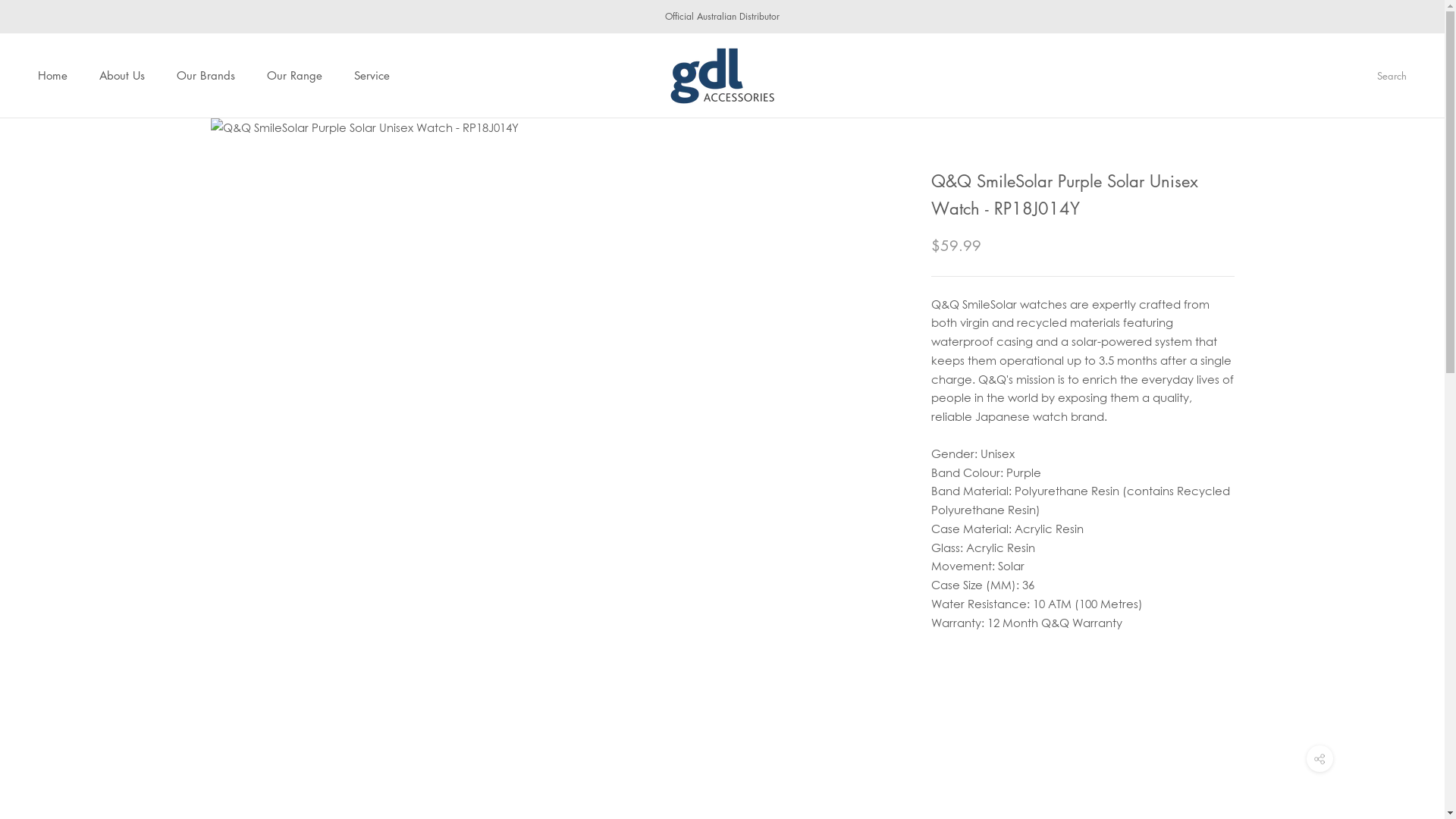 The width and height of the screenshot is (1456, 819). I want to click on 'Our Brands, so click(205, 75).